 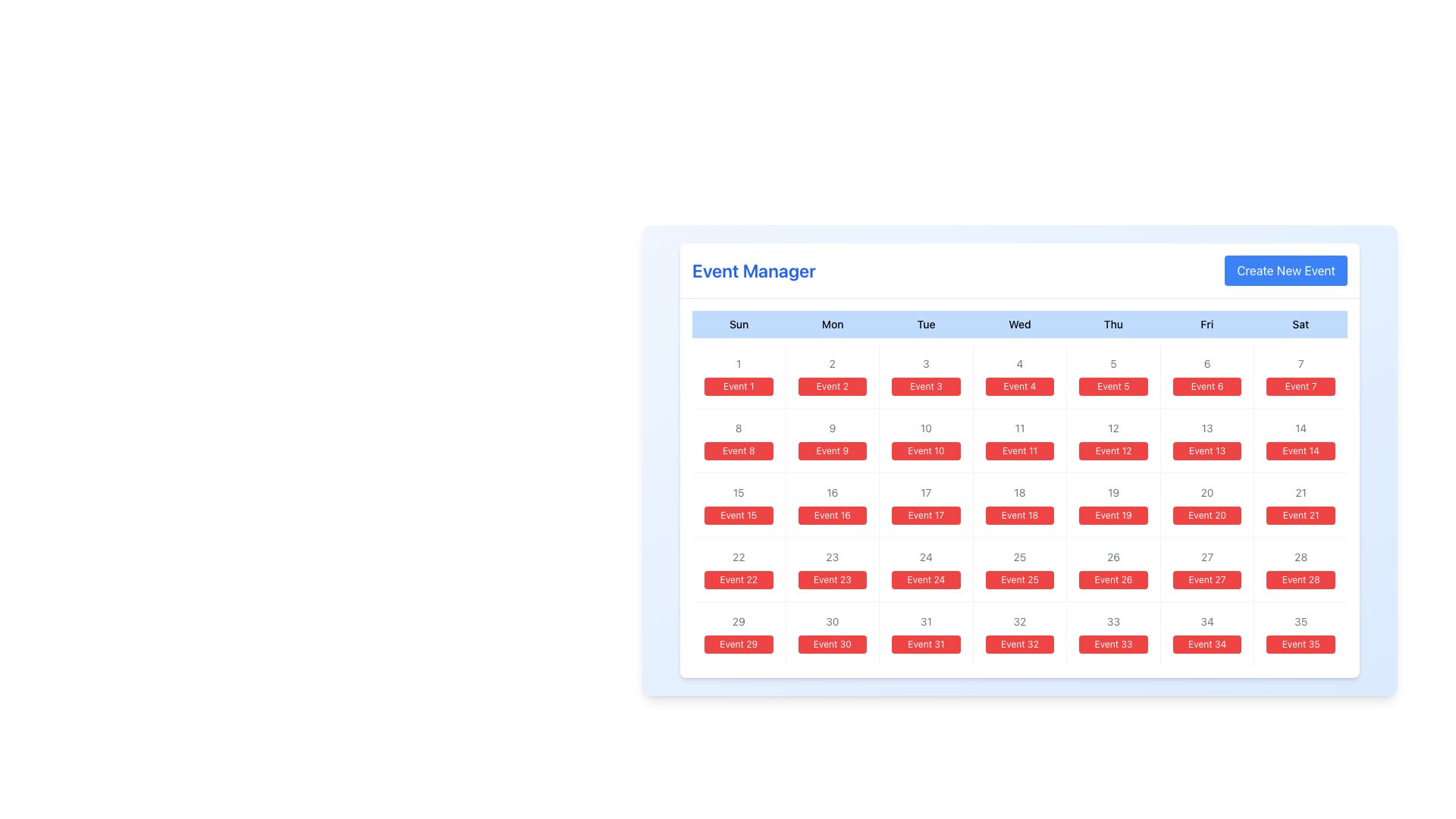 I want to click on the gray-colored number '3' displayed in a small-sized font within the white card of the calendar layout, which represents the date and is positioned above the 'Event 3' button, so click(x=925, y=363).